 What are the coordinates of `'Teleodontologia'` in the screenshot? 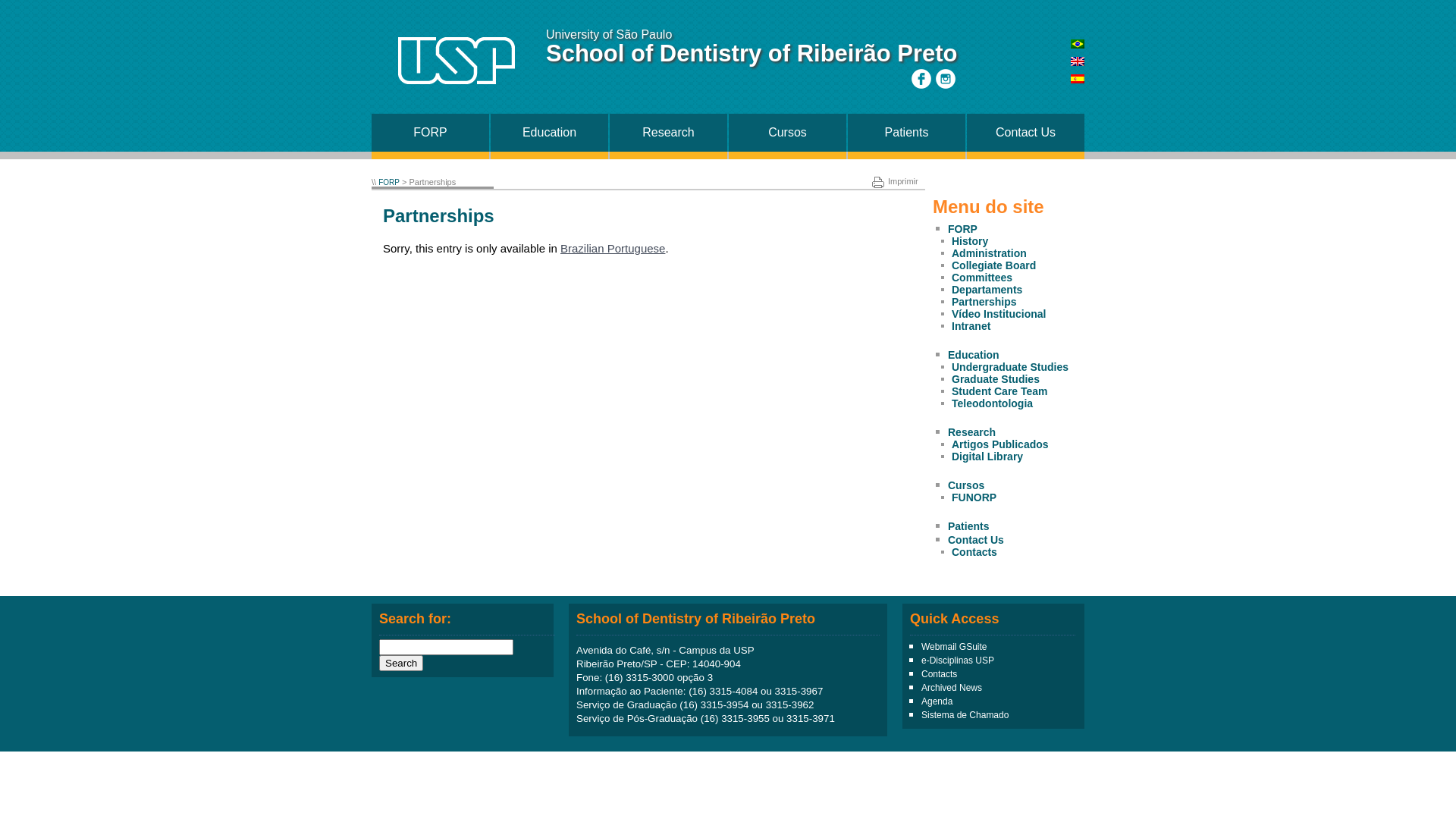 It's located at (950, 403).